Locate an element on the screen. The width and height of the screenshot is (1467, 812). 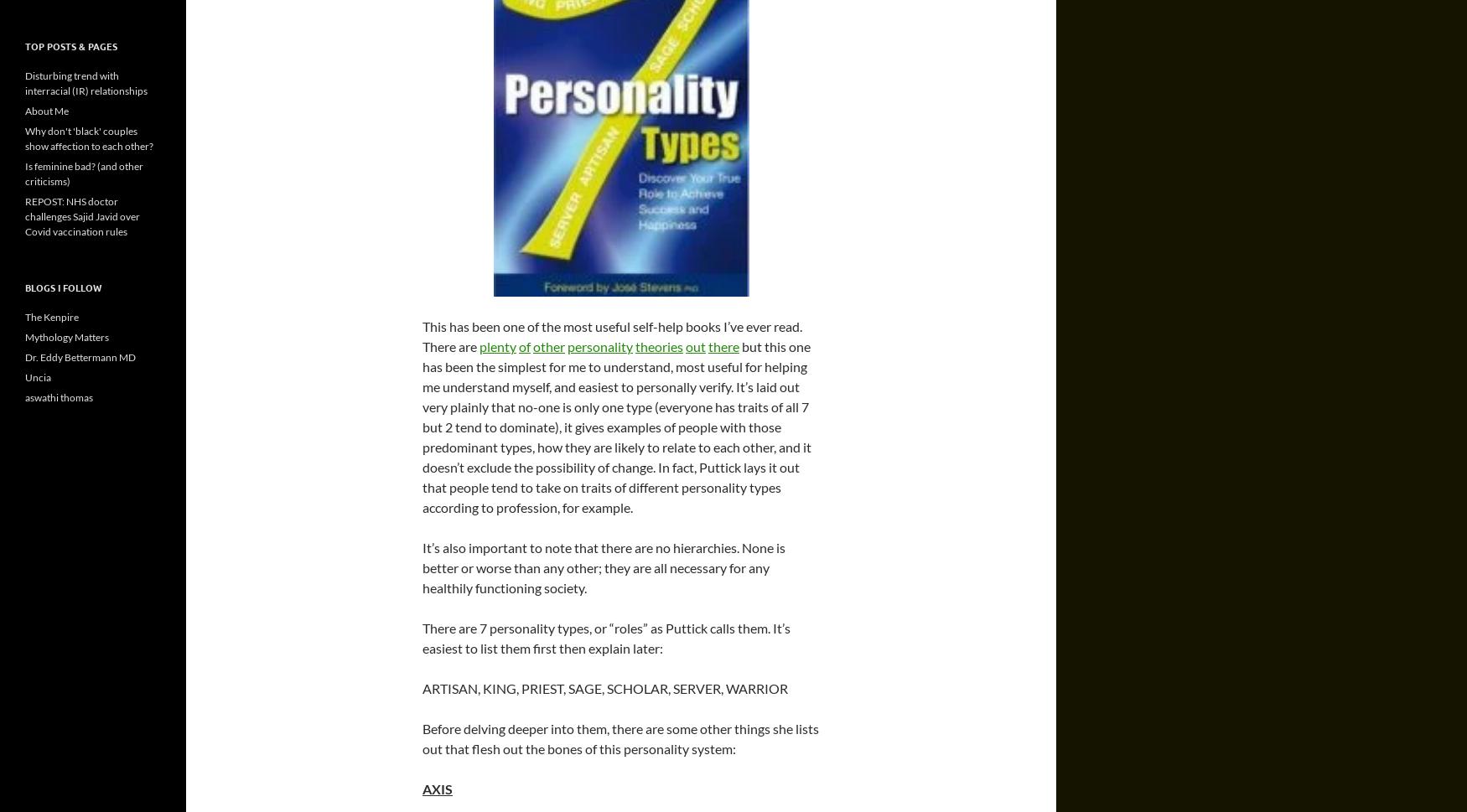
'but this one has been the simplest for me to understand, most useful for helping me understand myself, and easiest to personally verify. It’s laid out very plainly that no-one is only one type (everyone has traits of all 7 but 2 tend to dominate), it gives examples of people with those predominant types, how they are likely to relate to each other, and it doesn’t exclude the possibility of change. In fact, Puttick lays it out that people tend to take on traits of different personality types according to profession, for example.' is located at coordinates (617, 426).